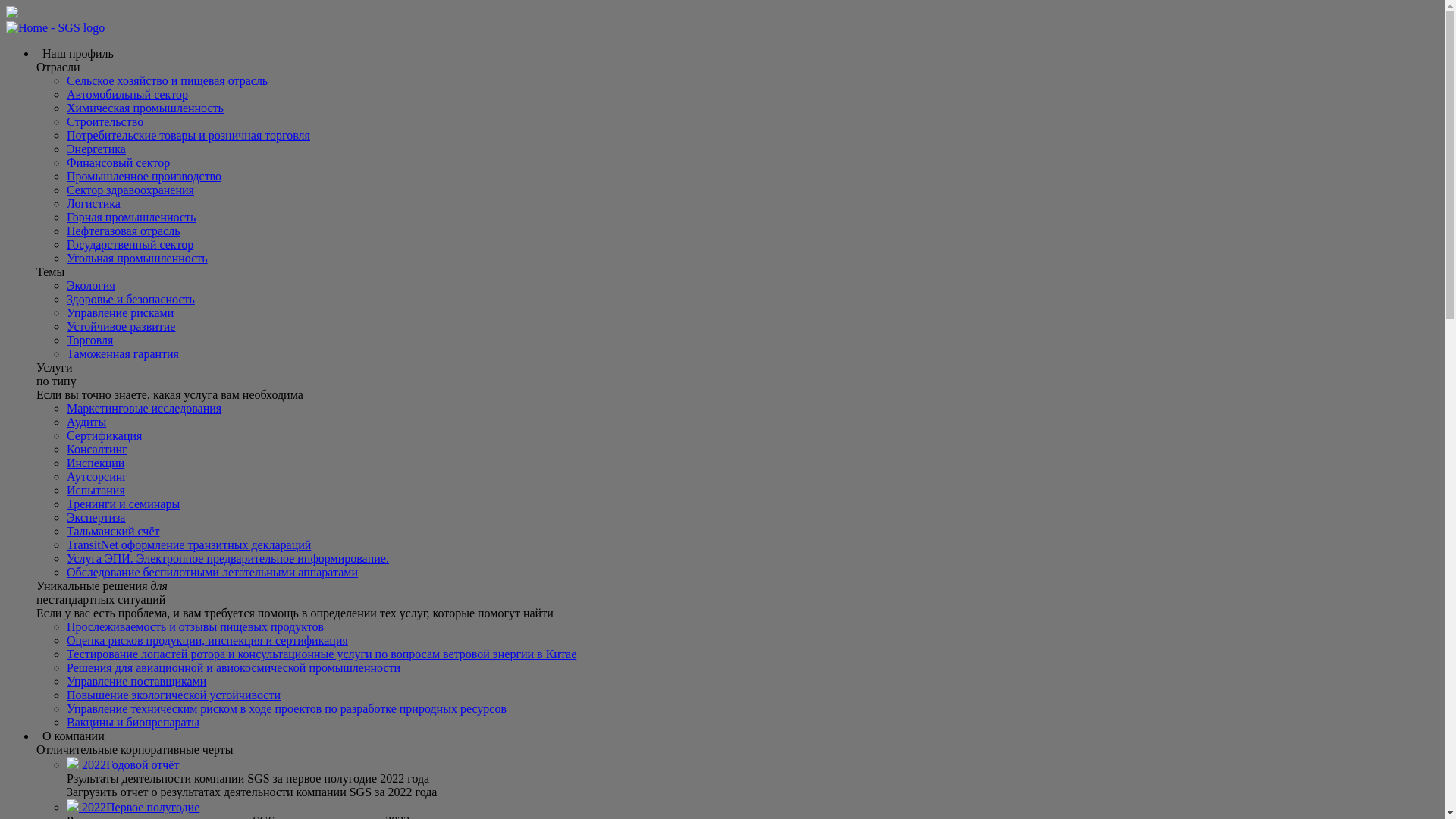 Image resolution: width=1456 pixels, height=819 pixels. Describe the element at coordinates (6, 27) in the screenshot. I see `'Home - SGS logo'` at that location.